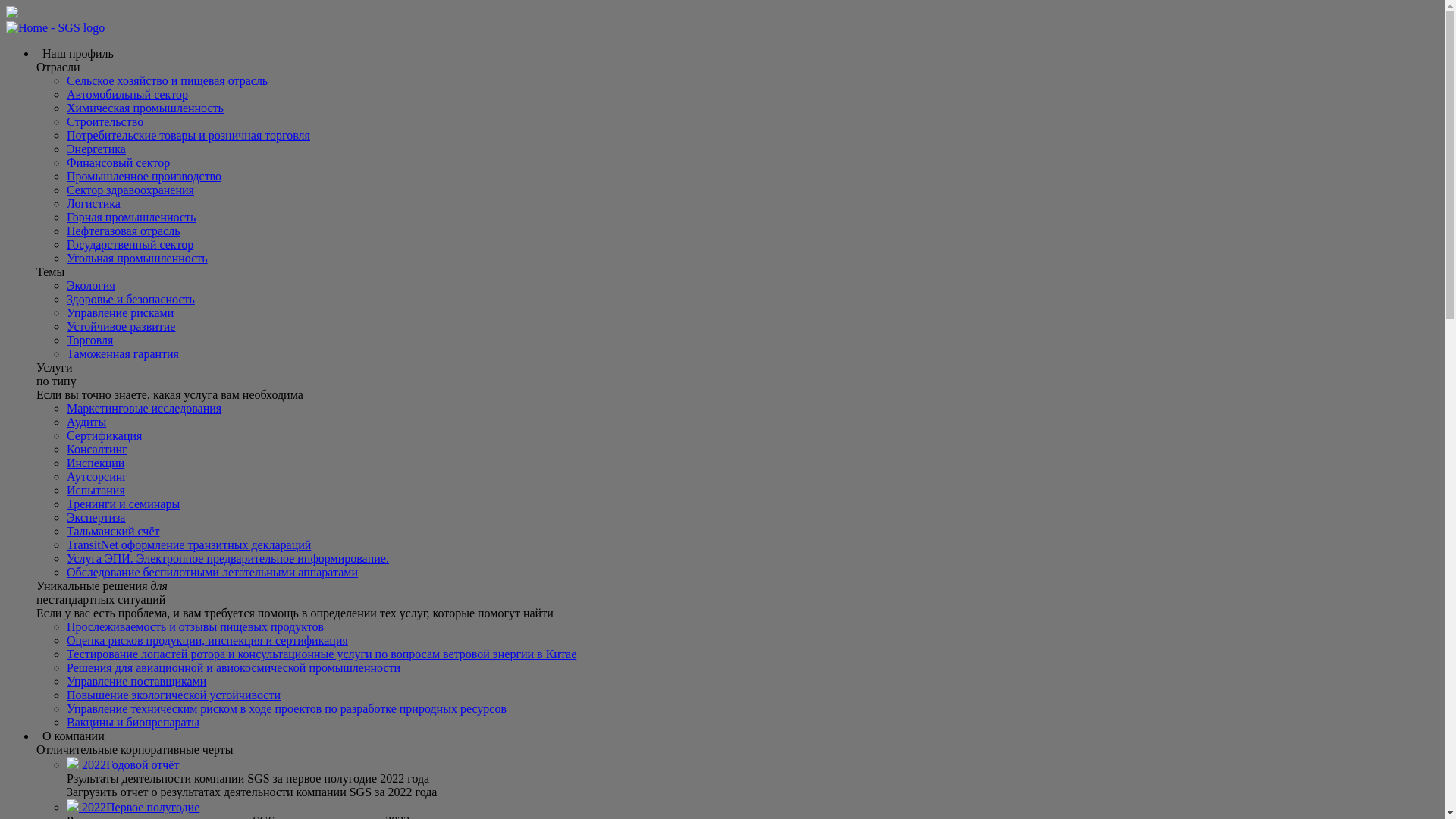 Image resolution: width=1456 pixels, height=819 pixels. Describe the element at coordinates (6, 27) in the screenshot. I see `'Home - SGS logo'` at that location.